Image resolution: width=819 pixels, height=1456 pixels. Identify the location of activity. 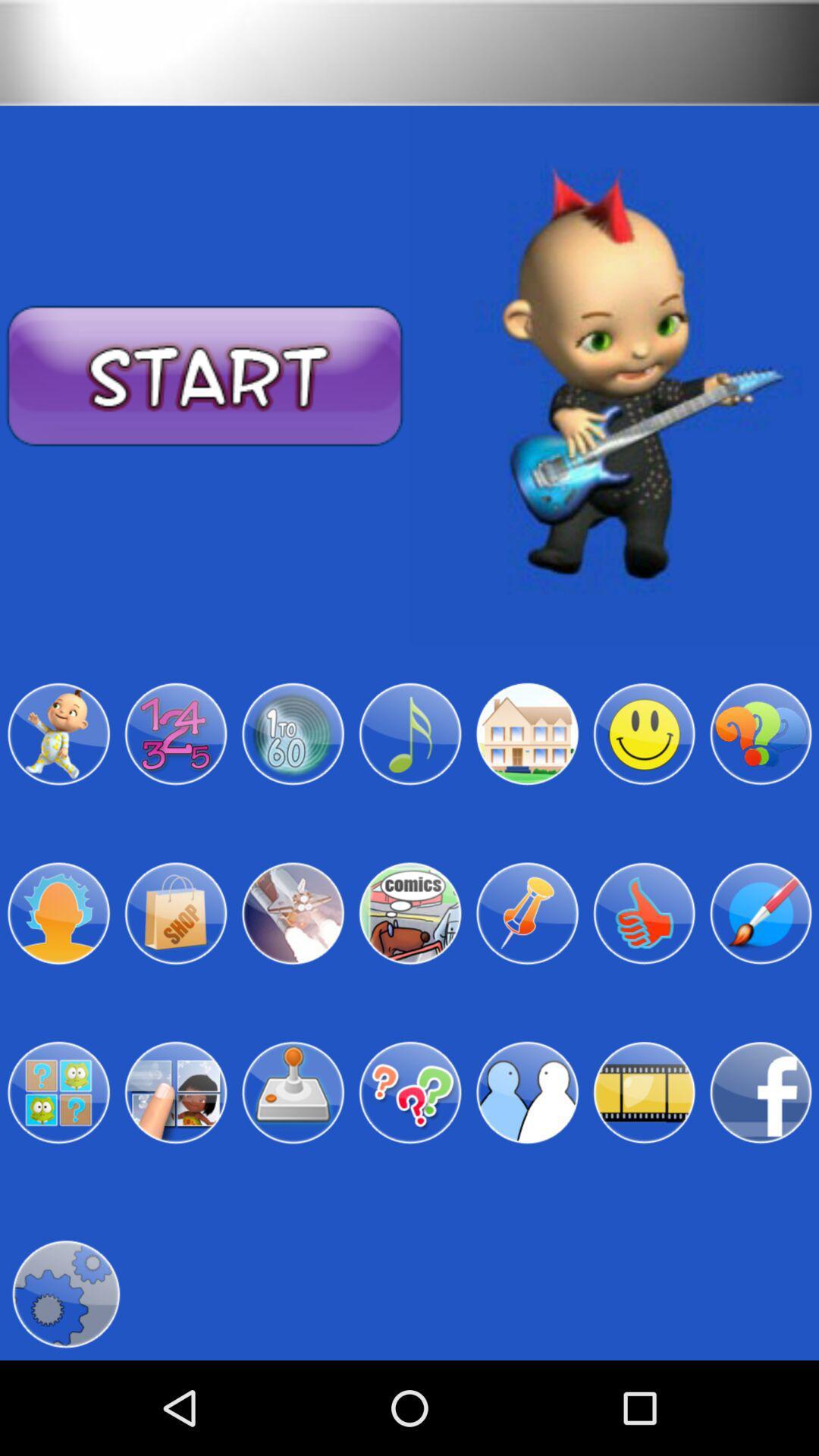
(174, 734).